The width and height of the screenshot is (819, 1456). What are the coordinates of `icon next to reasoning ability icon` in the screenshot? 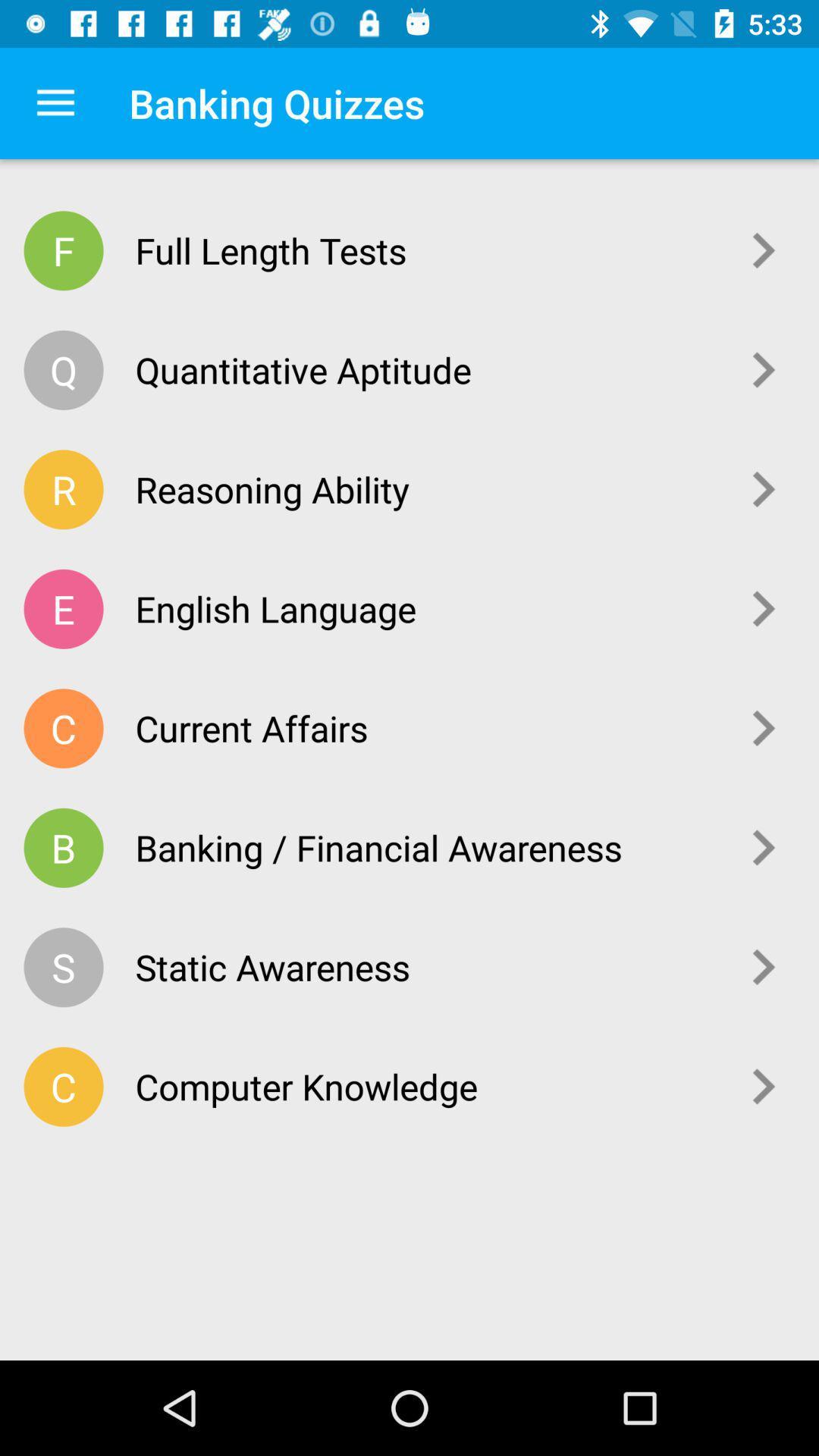 It's located at (764, 489).